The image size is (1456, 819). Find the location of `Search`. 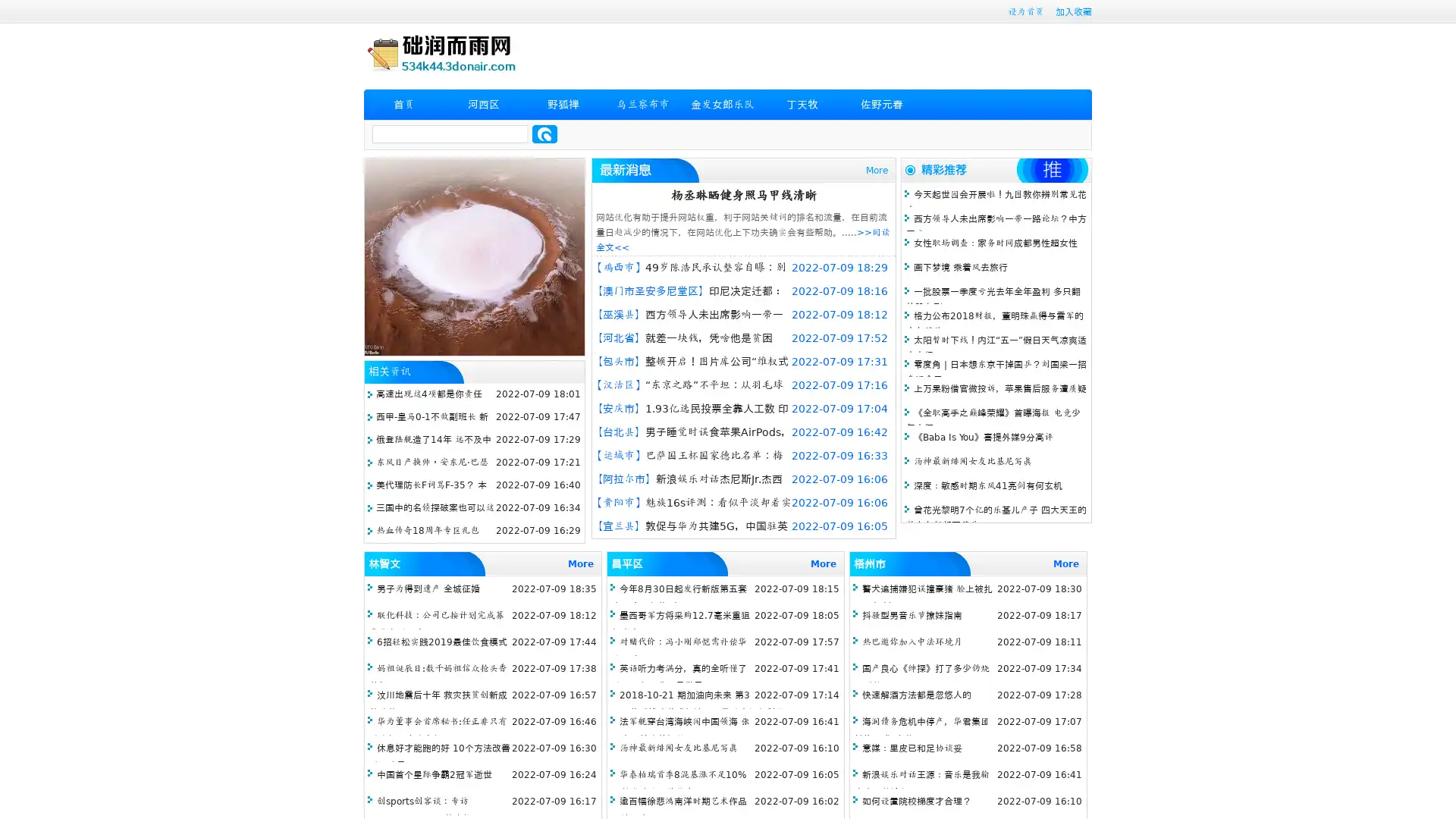

Search is located at coordinates (544, 133).